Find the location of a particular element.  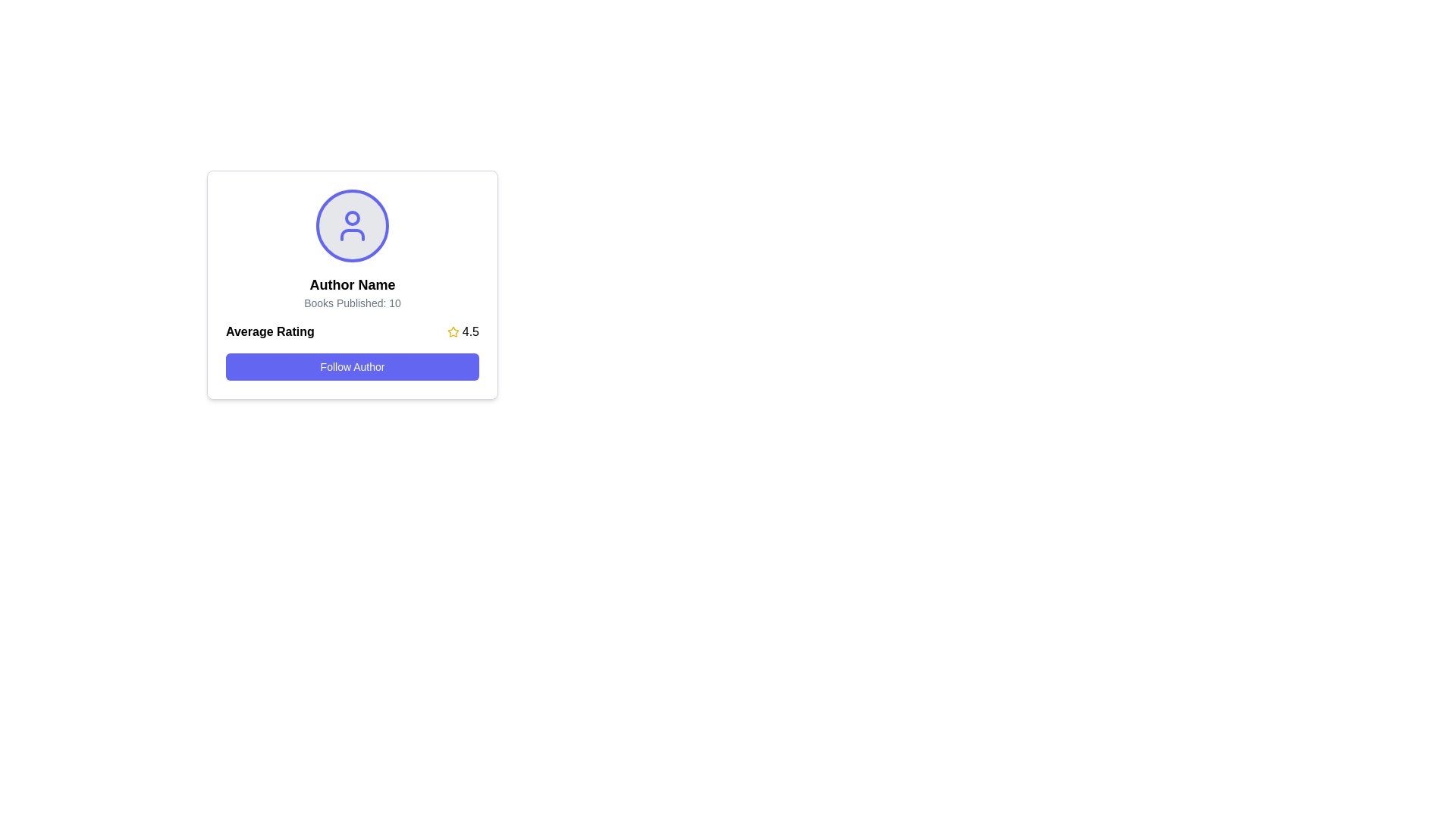

the golden yellow star icon which is positioned to the right of the 'Average Rating' label and numeric value '4.5' is located at coordinates (452, 331).